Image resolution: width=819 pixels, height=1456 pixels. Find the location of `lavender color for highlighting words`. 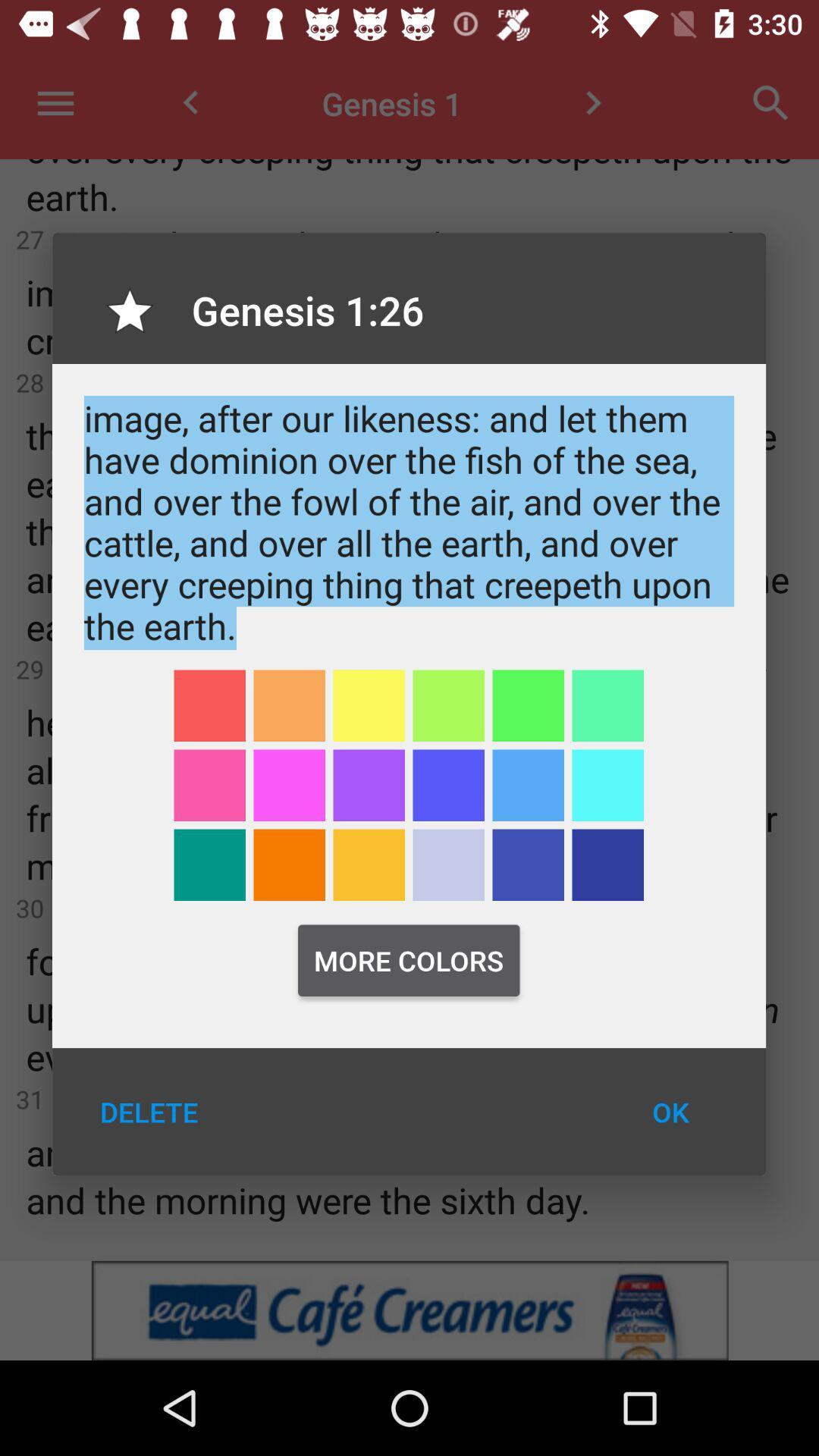

lavender color for highlighting words is located at coordinates (447, 864).